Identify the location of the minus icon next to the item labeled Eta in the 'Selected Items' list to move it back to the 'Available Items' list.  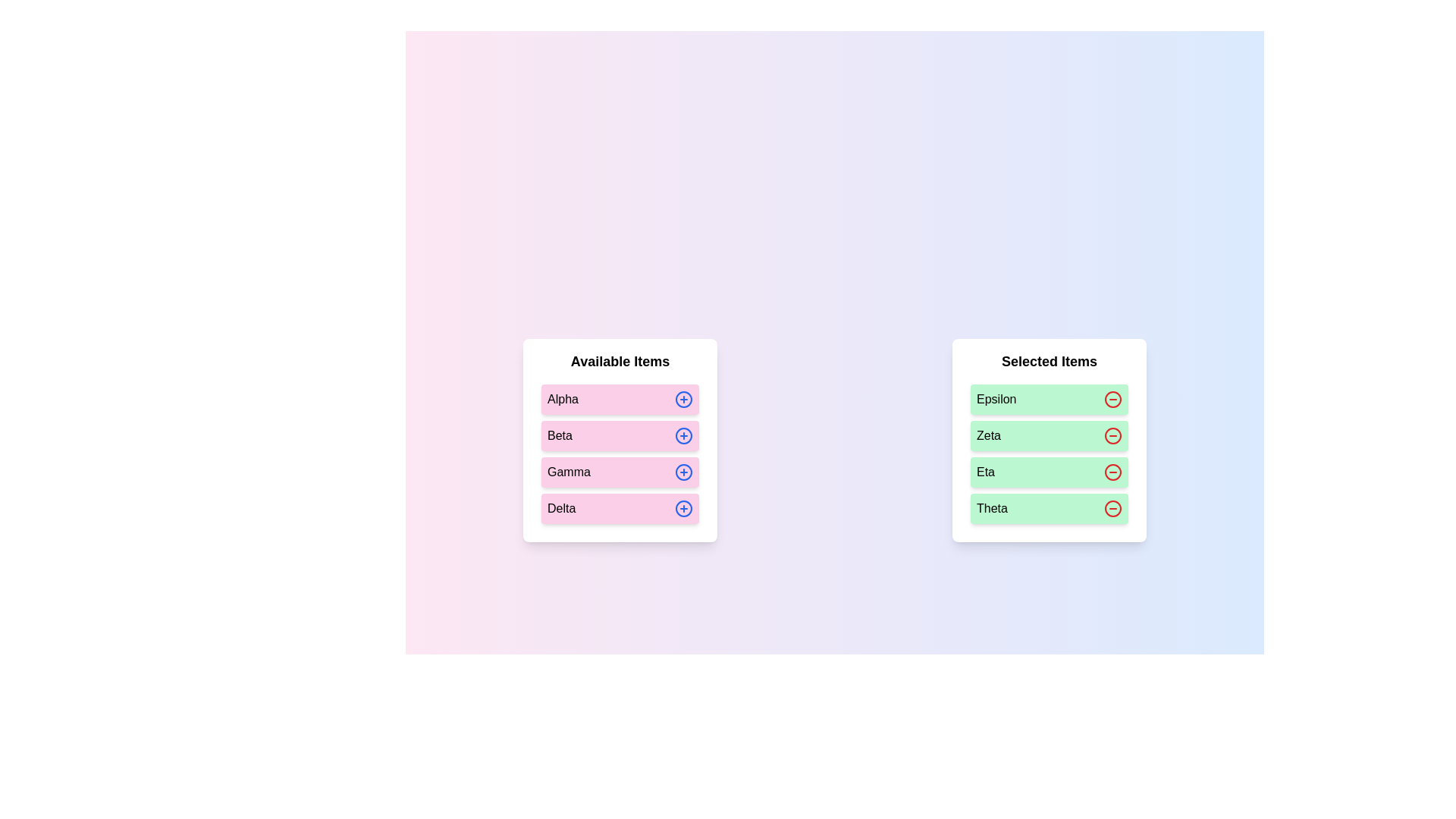
(1113, 472).